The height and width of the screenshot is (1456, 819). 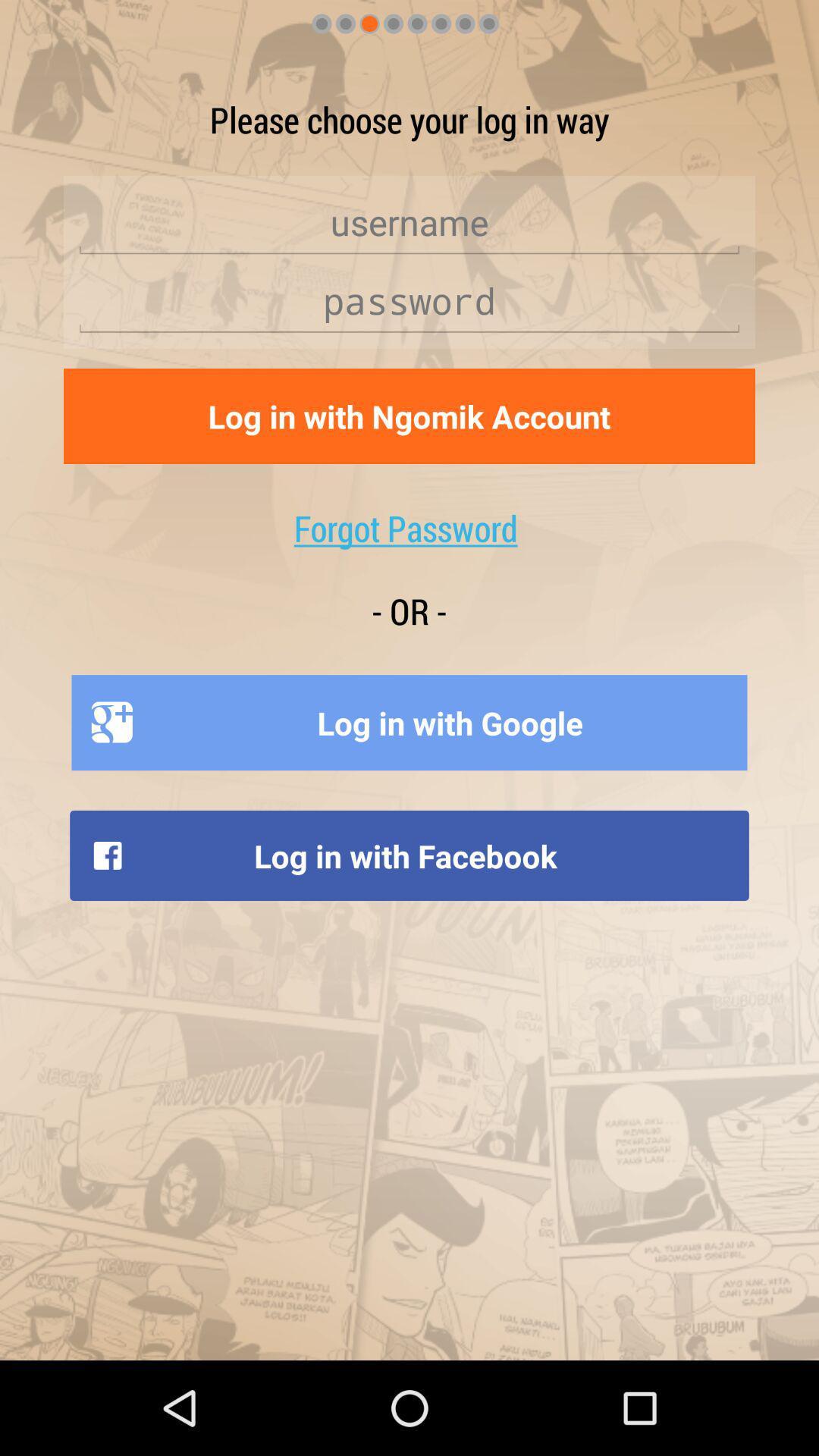 What do you see at coordinates (409, 301) in the screenshot?
I see `password` at bounding box center [409, 301].